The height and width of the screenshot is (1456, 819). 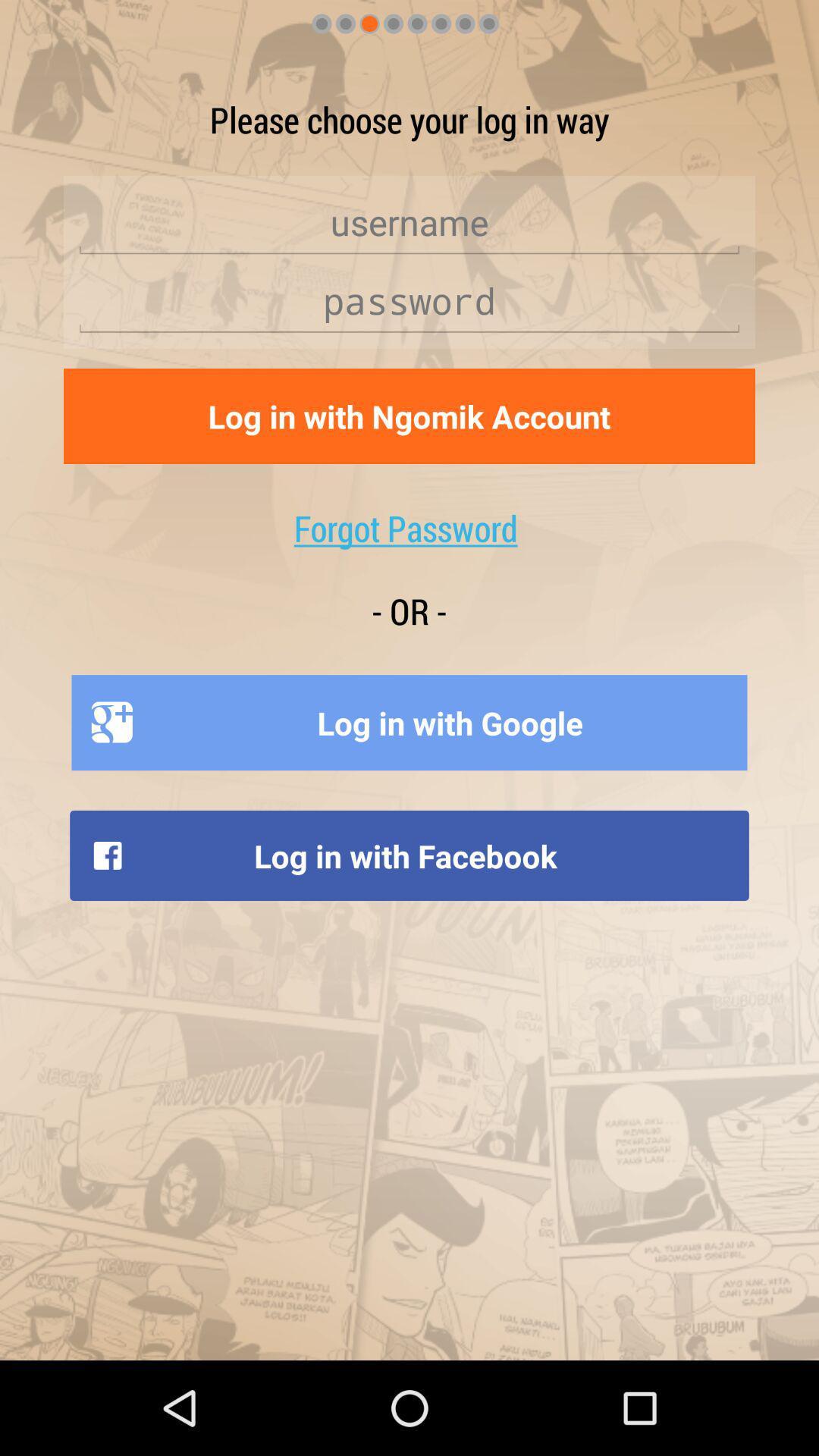 What do you see at coordinates (409, 301) in the screenshot?
I see `password` at bounding box center [409, 301].